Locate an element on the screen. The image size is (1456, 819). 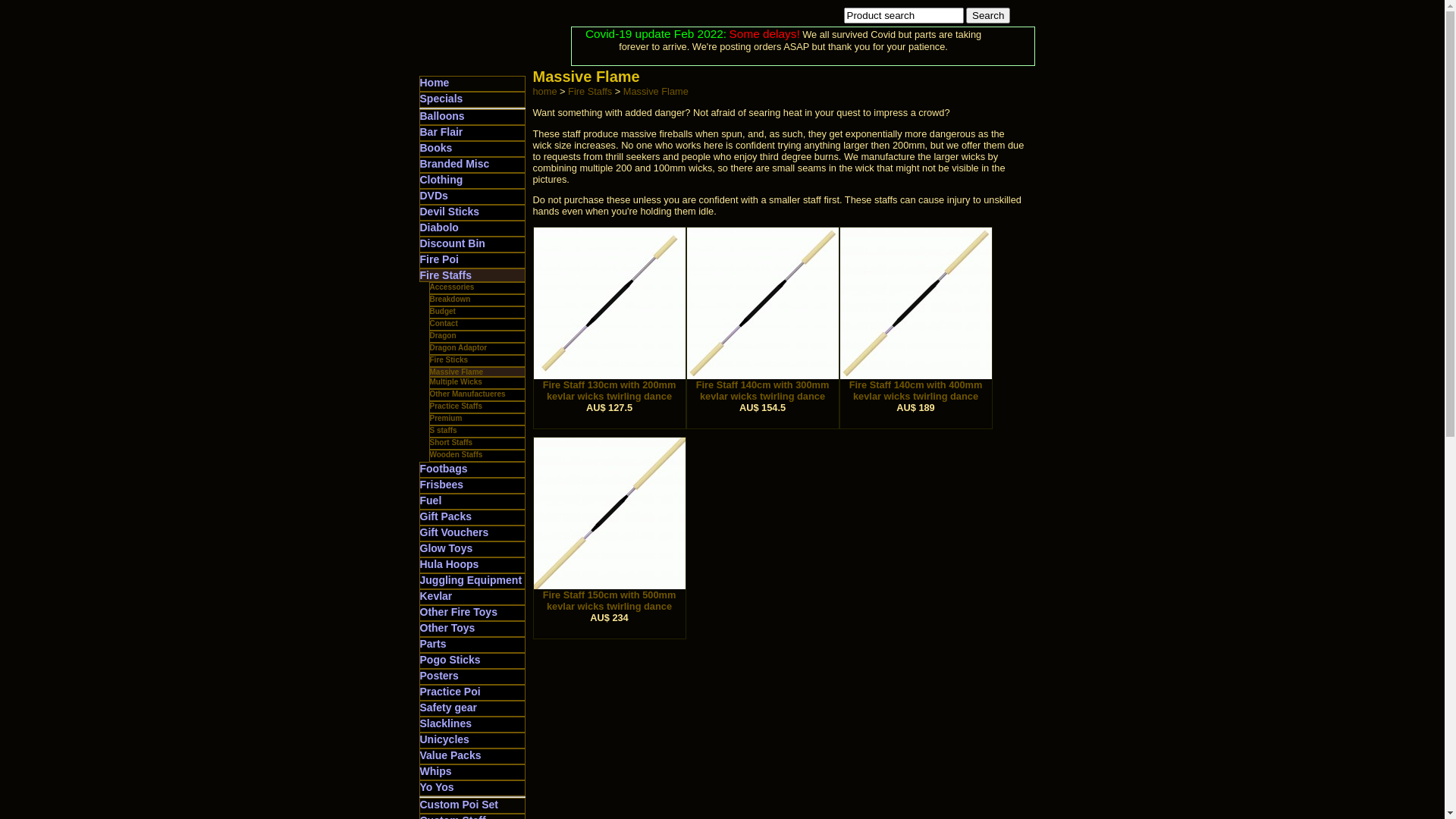
'Product search' is located at coordinates (902, 15).